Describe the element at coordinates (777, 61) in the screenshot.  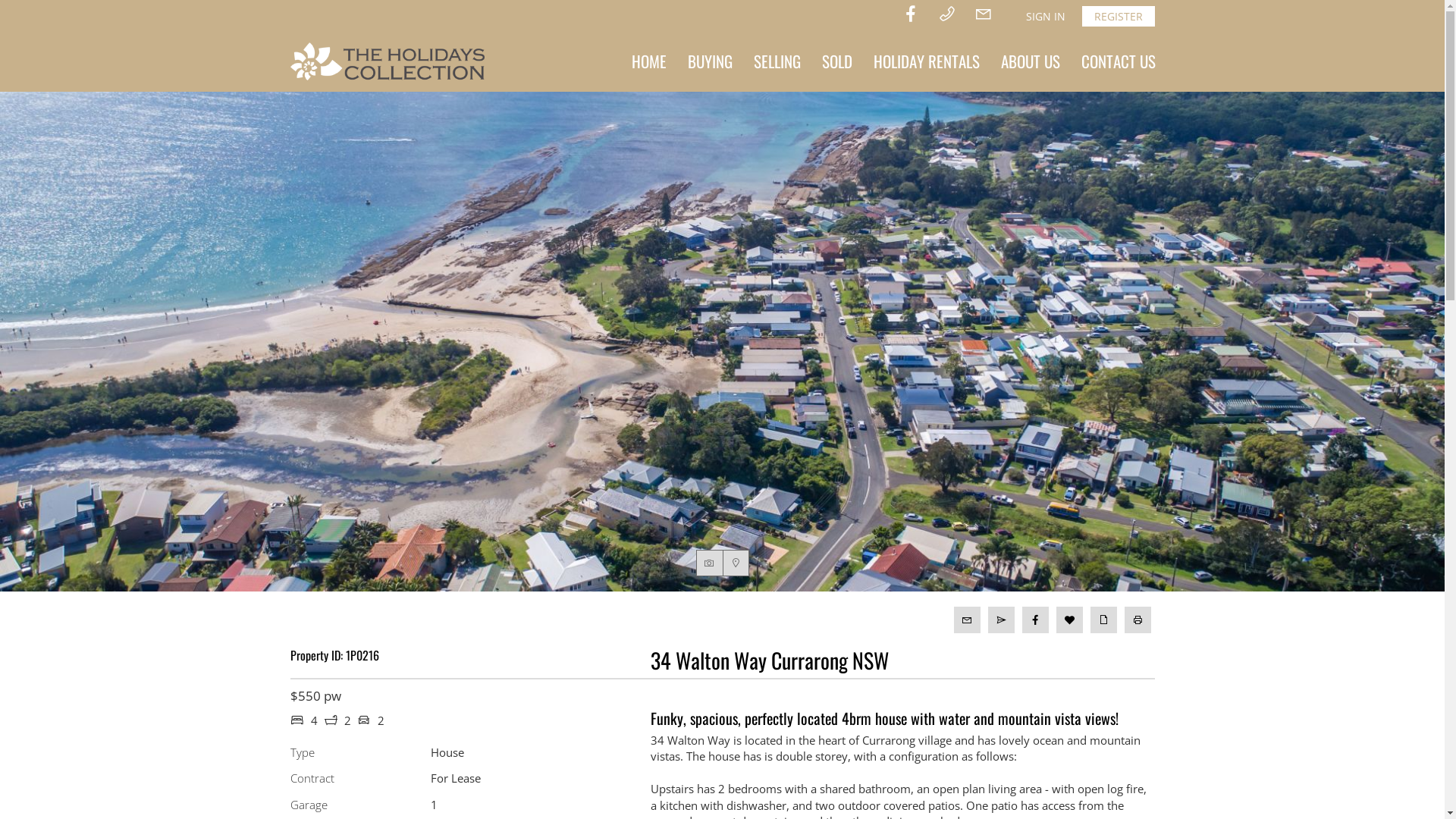
I see `'SELLING'` at that location.